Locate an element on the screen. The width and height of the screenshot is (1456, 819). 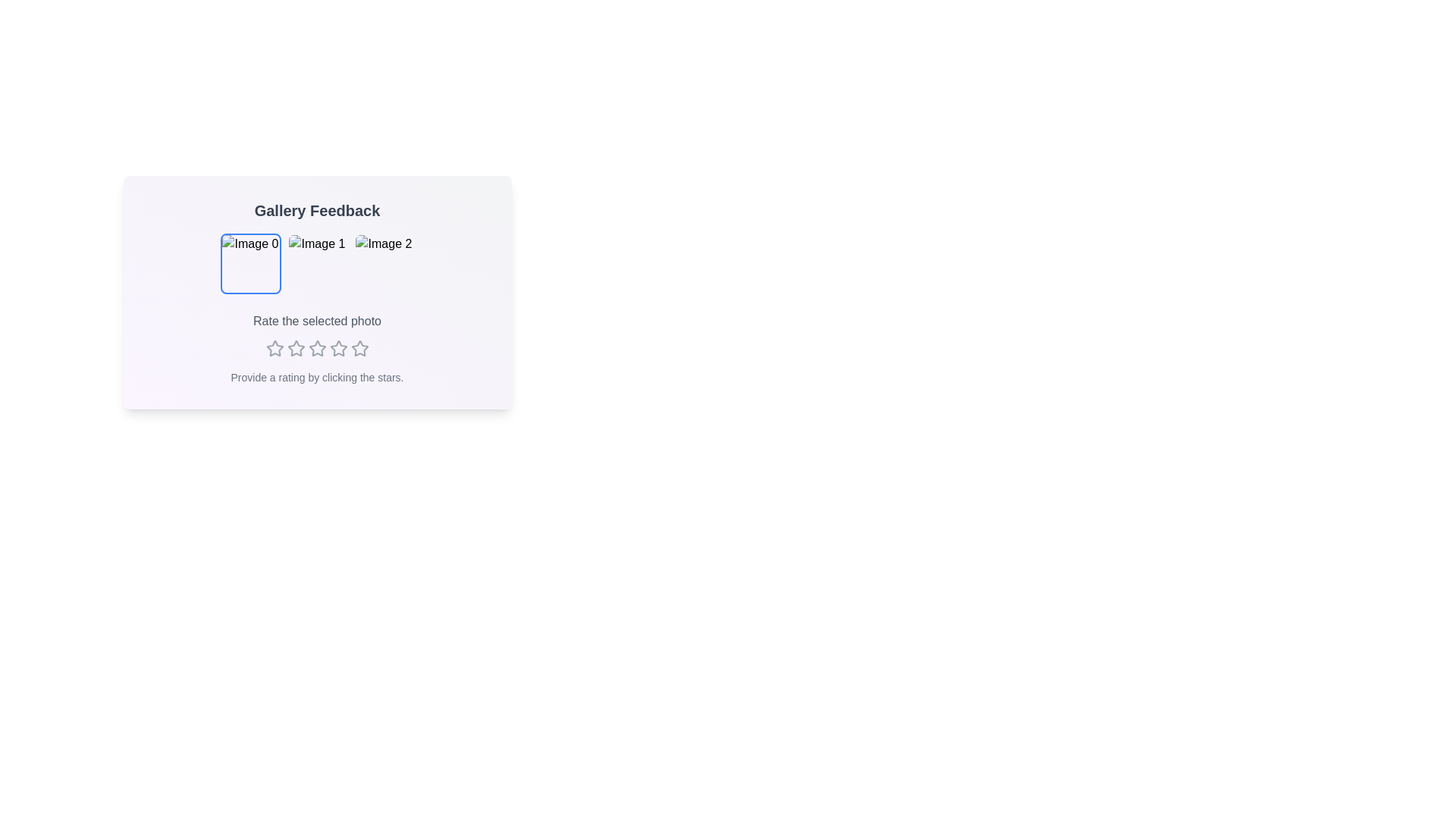
the fifth rating star icon below the text 'Rate the selected photo' is located at coordinates (359, 348).